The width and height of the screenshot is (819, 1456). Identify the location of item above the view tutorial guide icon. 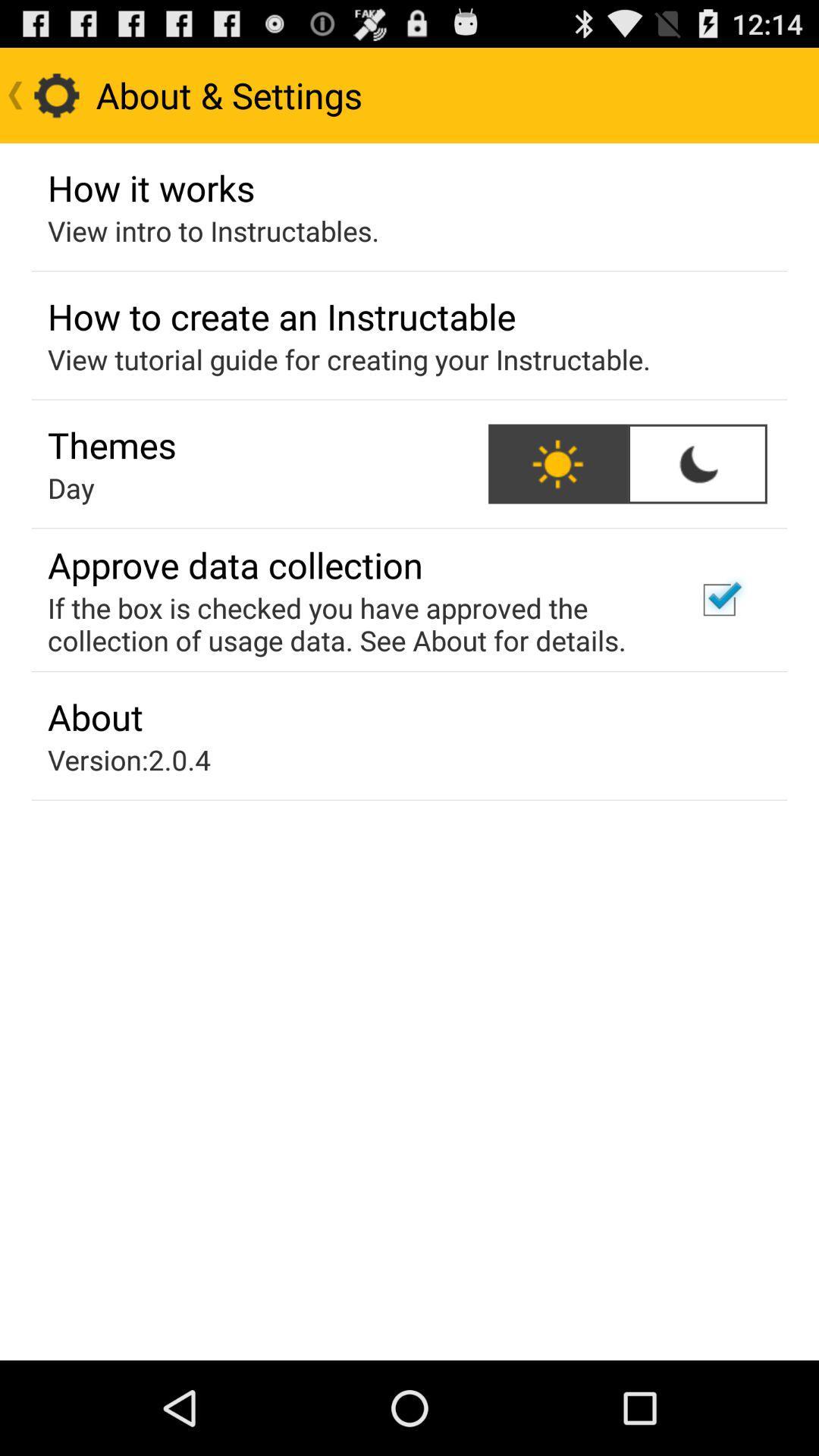
(281, 315).